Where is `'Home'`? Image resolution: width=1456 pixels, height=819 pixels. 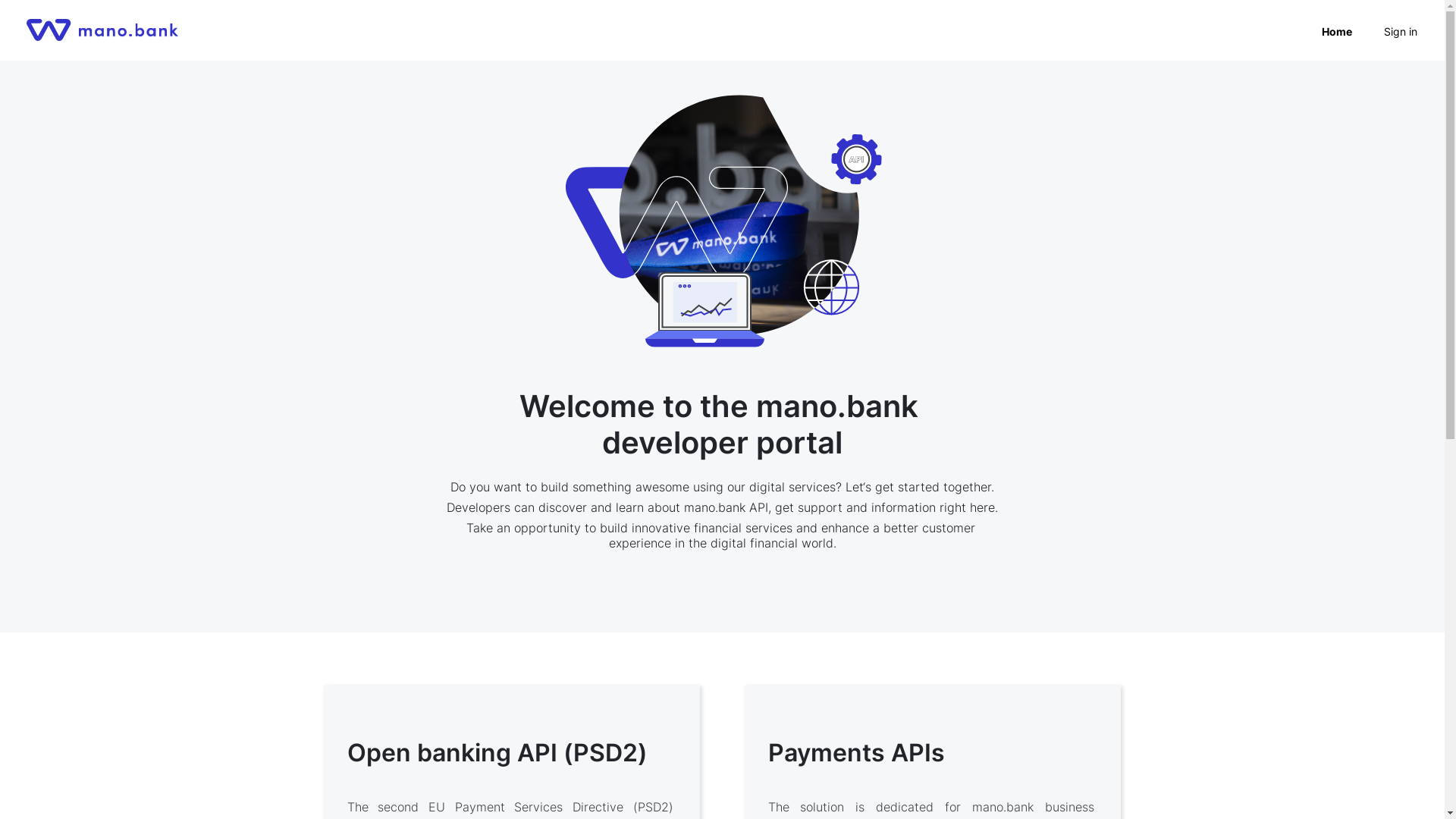 'Home' is located at coordinates (1306, 31).